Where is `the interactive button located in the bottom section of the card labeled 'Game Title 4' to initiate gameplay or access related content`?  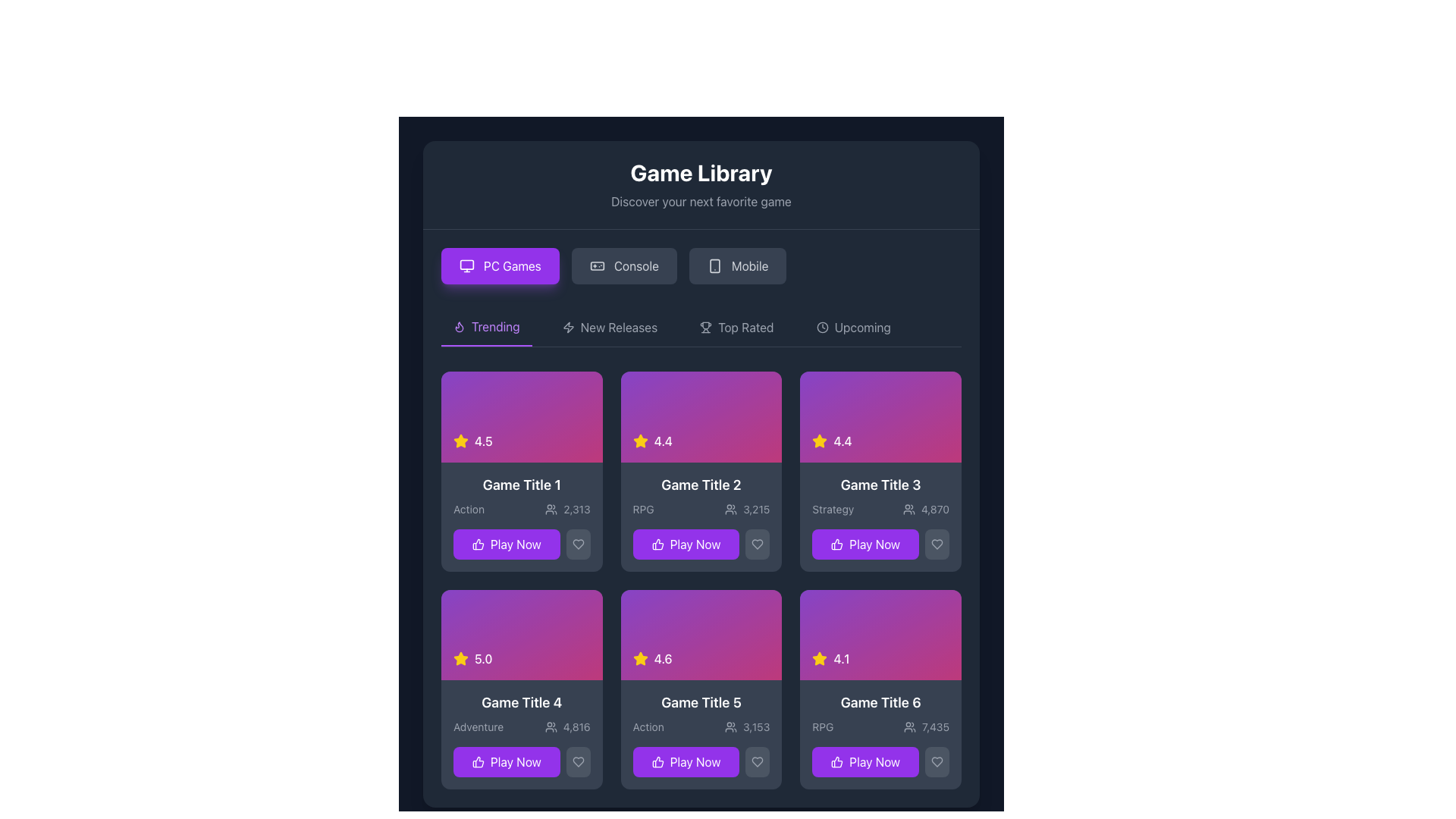
the interactive button located in the bottom section of the card labeled 'Game Title 4' to initiate gameplay or access related content is located at coordinates (522, 762).